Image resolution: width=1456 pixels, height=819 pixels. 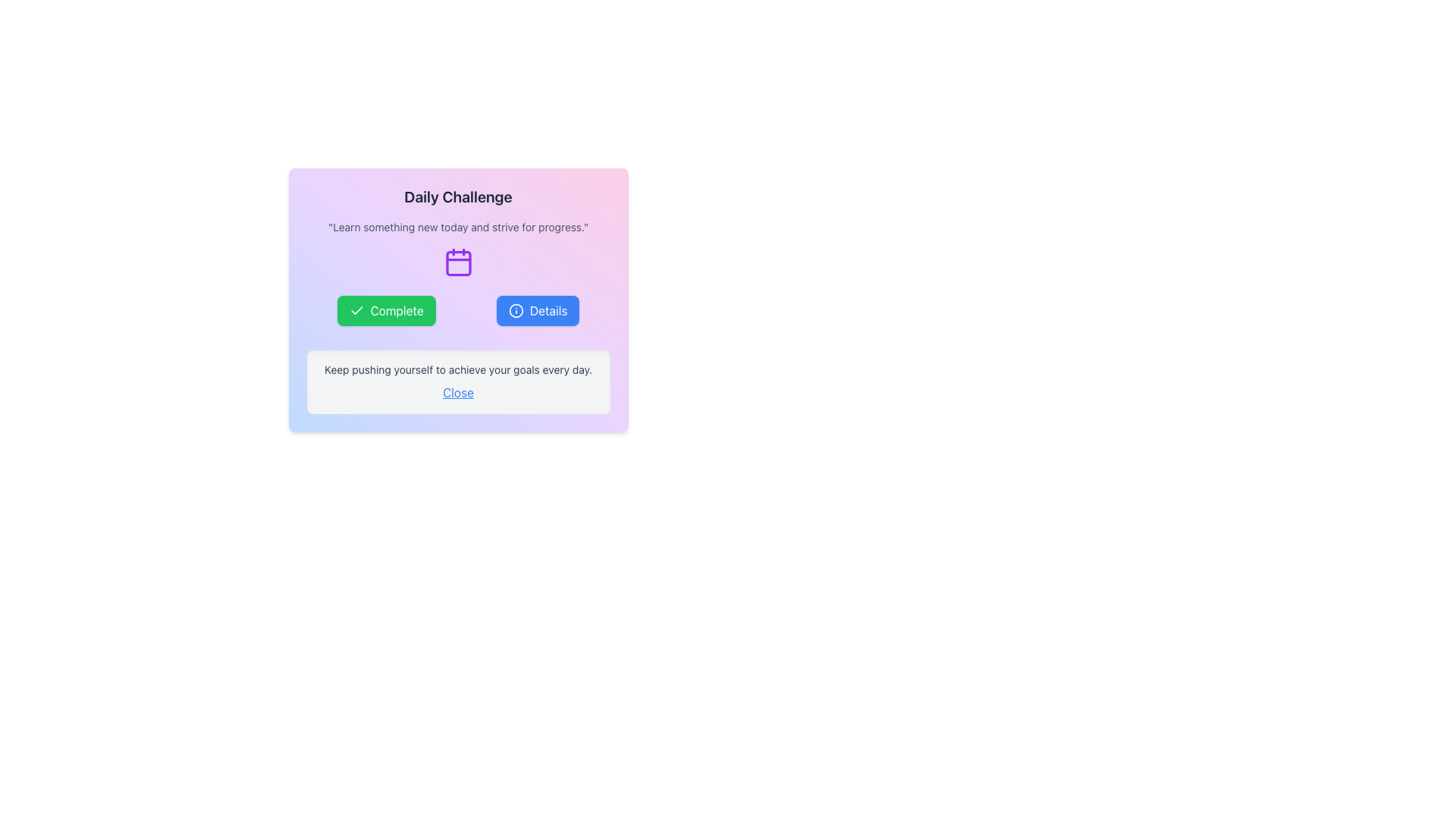 What do you see at coordinates (457, 391) in the screenshot?
I see `the 'Close' text link, which is styled in blue and underlined, located at the center bottom of the light gray background box within the card-like UI` at bounding box center [457, 391].